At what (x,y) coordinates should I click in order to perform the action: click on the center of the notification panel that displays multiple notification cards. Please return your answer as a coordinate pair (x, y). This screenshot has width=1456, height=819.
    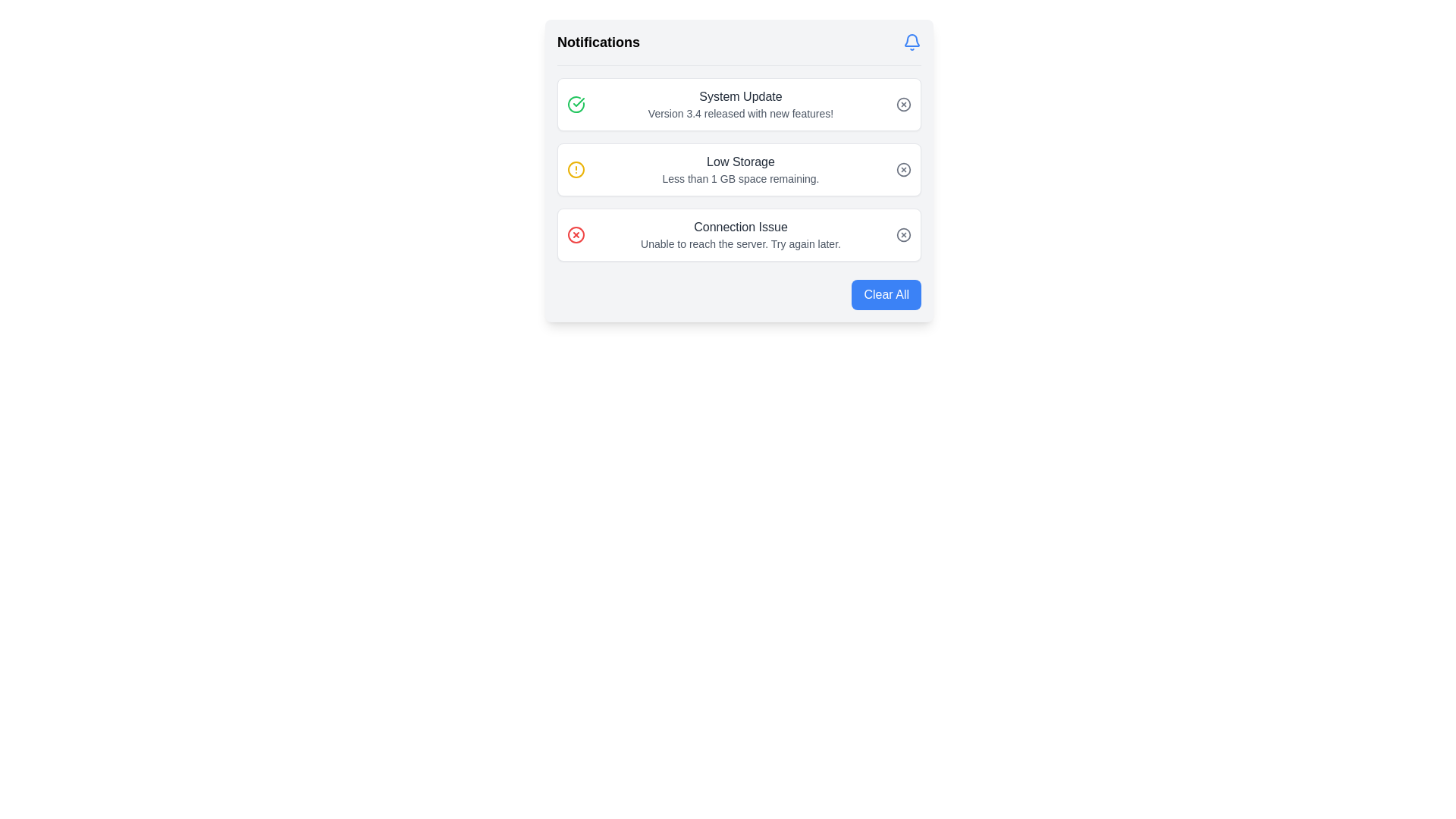
    Looking at the image, I should click on (739, 169).